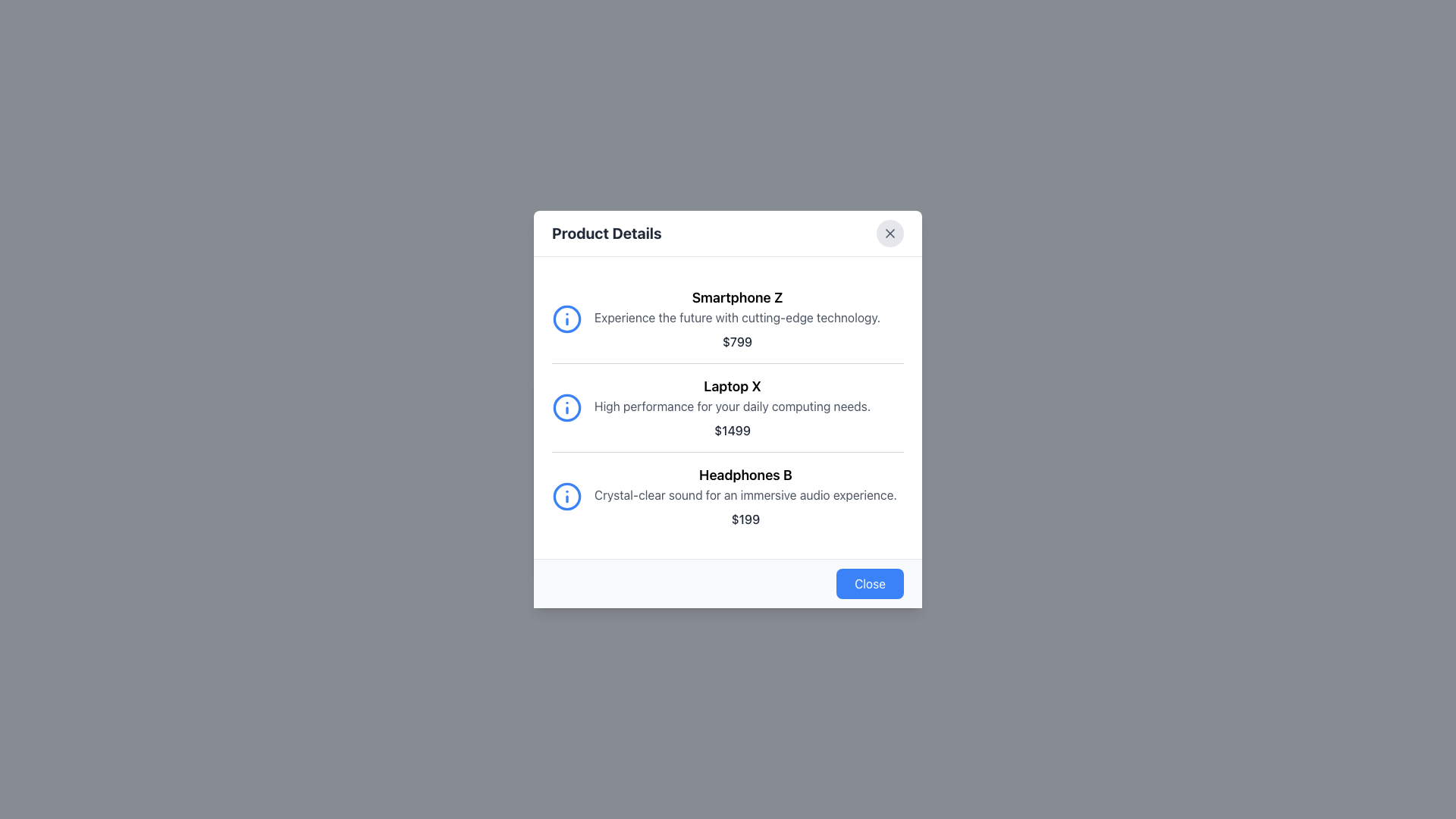 The width and height of the screenshot is (1456, 819). What do you see at coordinates (566, 497) in the screenshot?
I see `the circular 'i' icon with a blue color scheme next to the 'Headphones B' product description` at bounding box center [566, 497].